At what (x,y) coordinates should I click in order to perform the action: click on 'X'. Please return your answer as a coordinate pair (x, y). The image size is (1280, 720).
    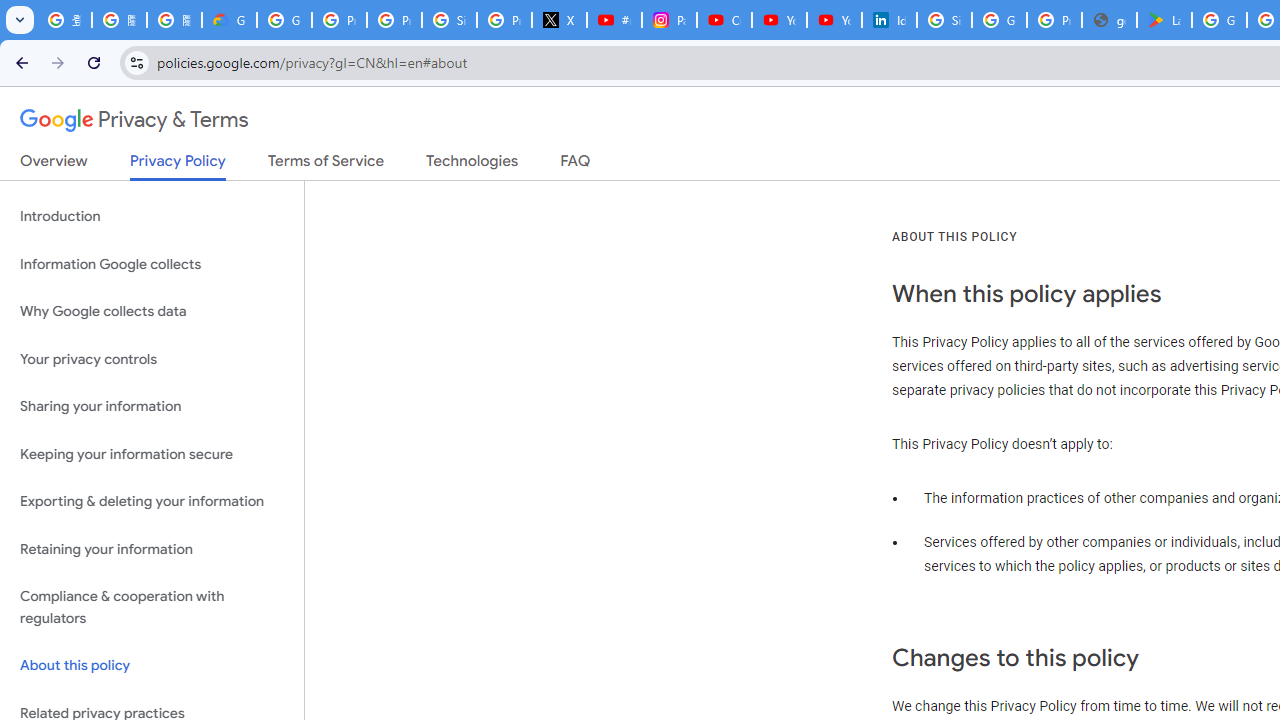
    Looking at the image, I should click on (560, 20).